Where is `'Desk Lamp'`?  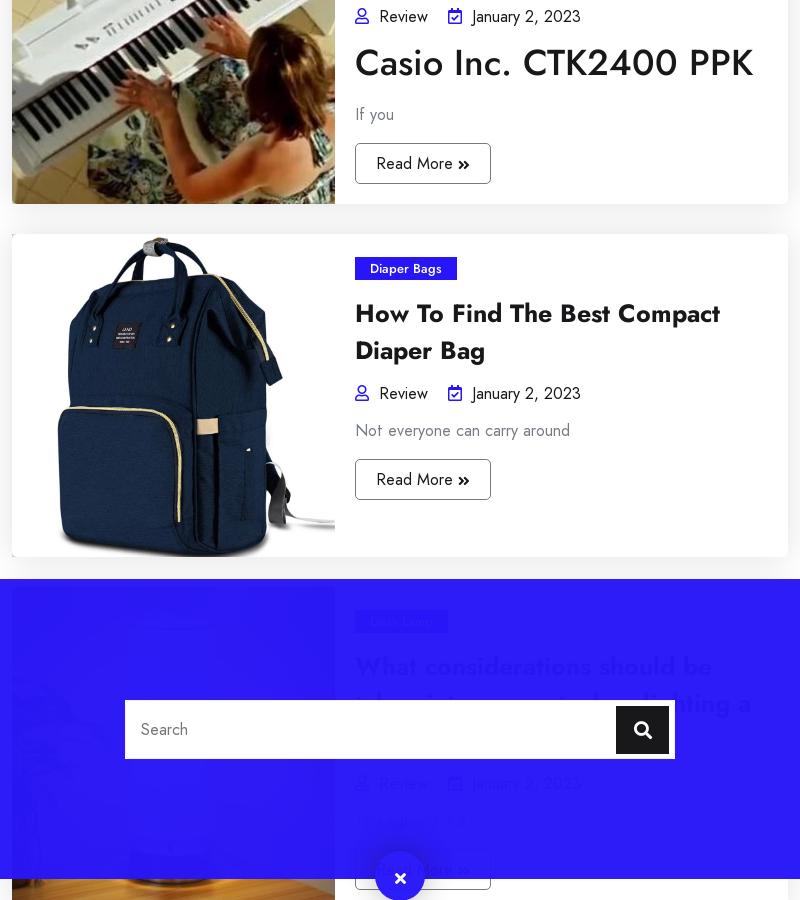 'Desk Lamp' is located at coordinates (73, 469).